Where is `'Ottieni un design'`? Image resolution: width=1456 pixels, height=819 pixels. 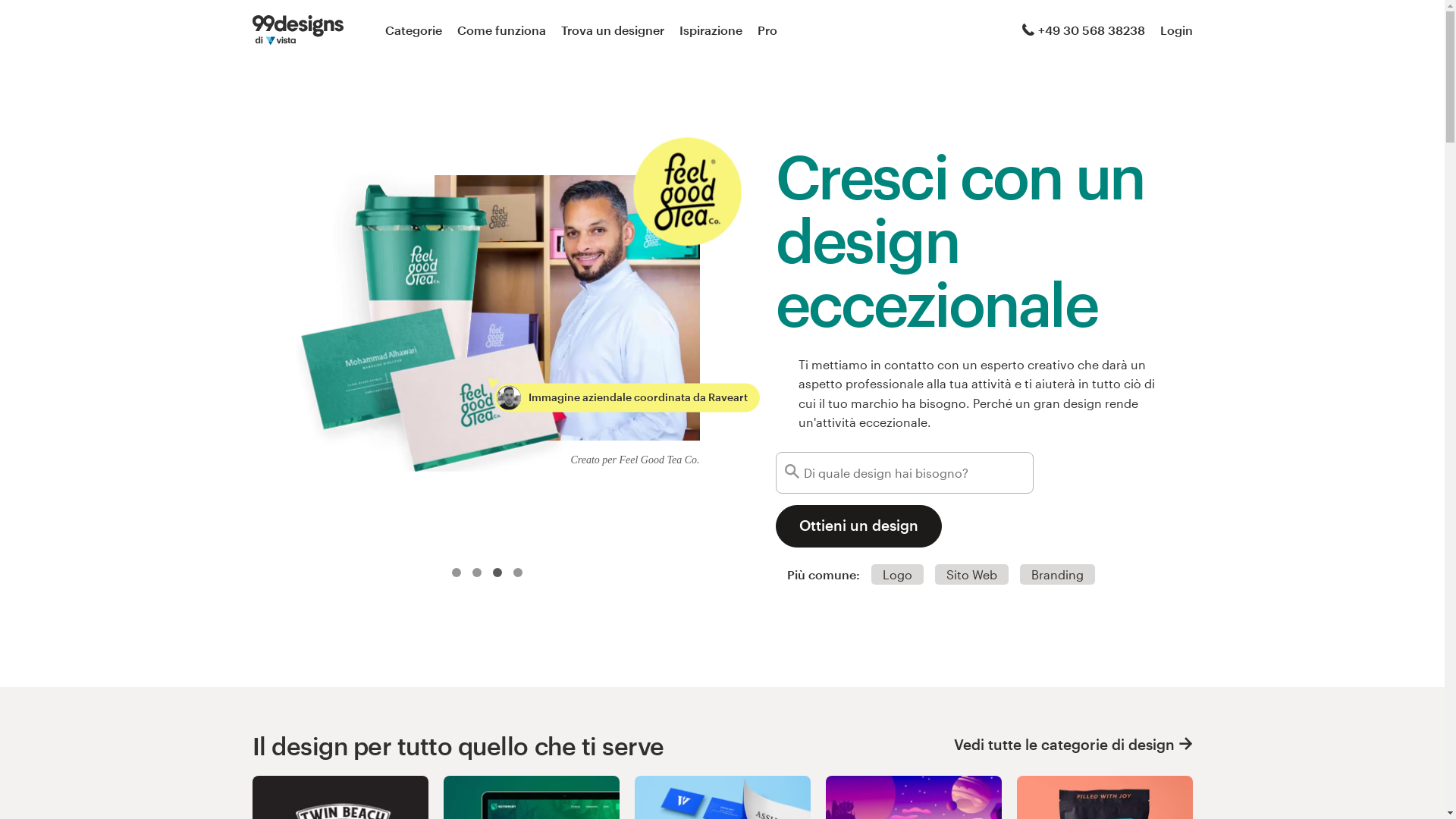 'Ottieni un design' is located at coordinates (858, 526).